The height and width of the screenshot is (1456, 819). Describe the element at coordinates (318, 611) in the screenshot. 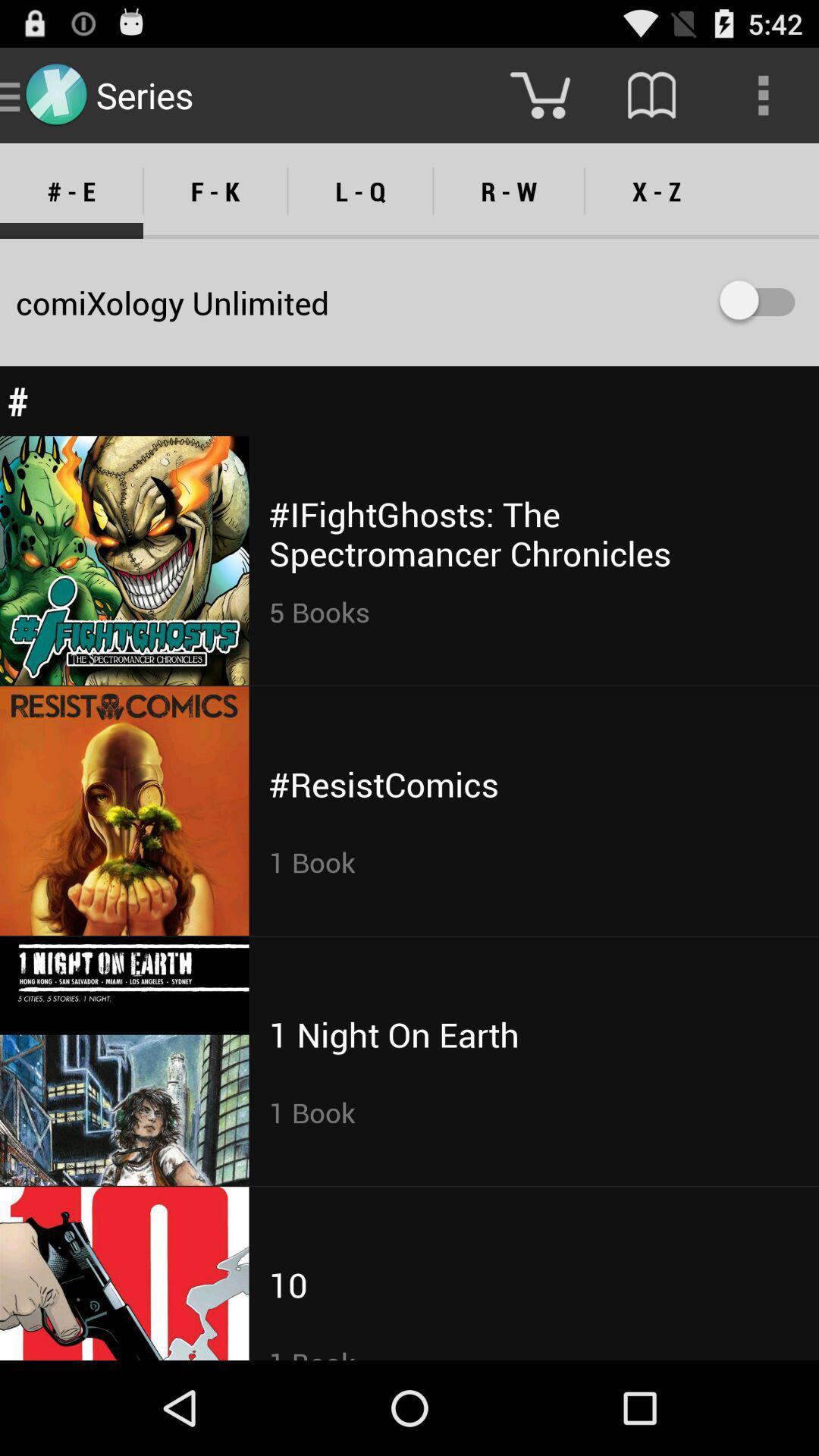

I see `the 5 books item` at that location.